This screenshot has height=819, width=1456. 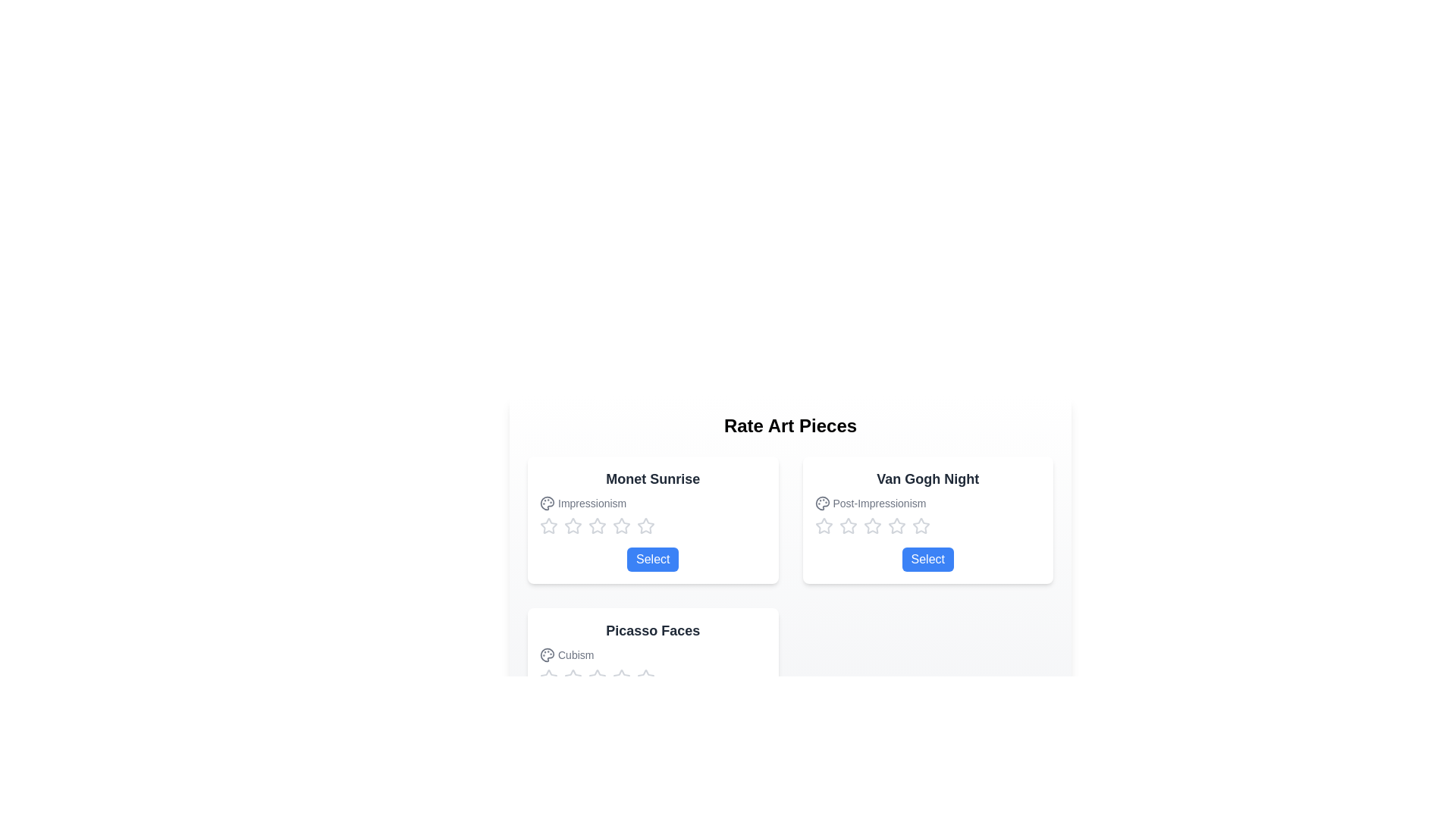 What do you see at coordinates (896, 525) in the screenshot?
I see `the second star icon from the left under the 'Van Gogh Night' artwork` at bounding box center [896, 525].